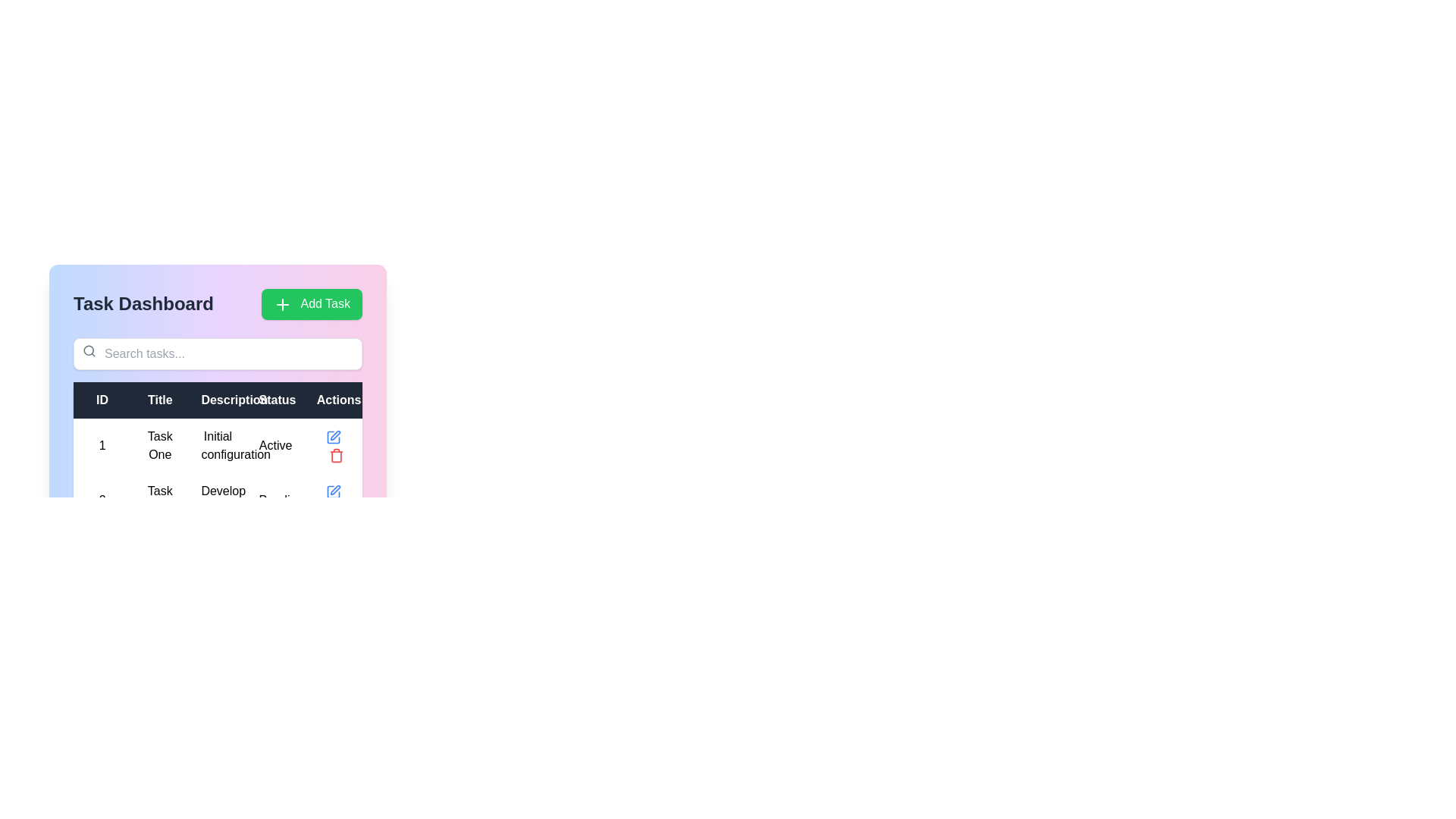 The image size is (1456, 819). I want to click on the SVG icon within the 'Add Task' button, which is located at the top-right of the interface and has a green background, so click(282, 304).